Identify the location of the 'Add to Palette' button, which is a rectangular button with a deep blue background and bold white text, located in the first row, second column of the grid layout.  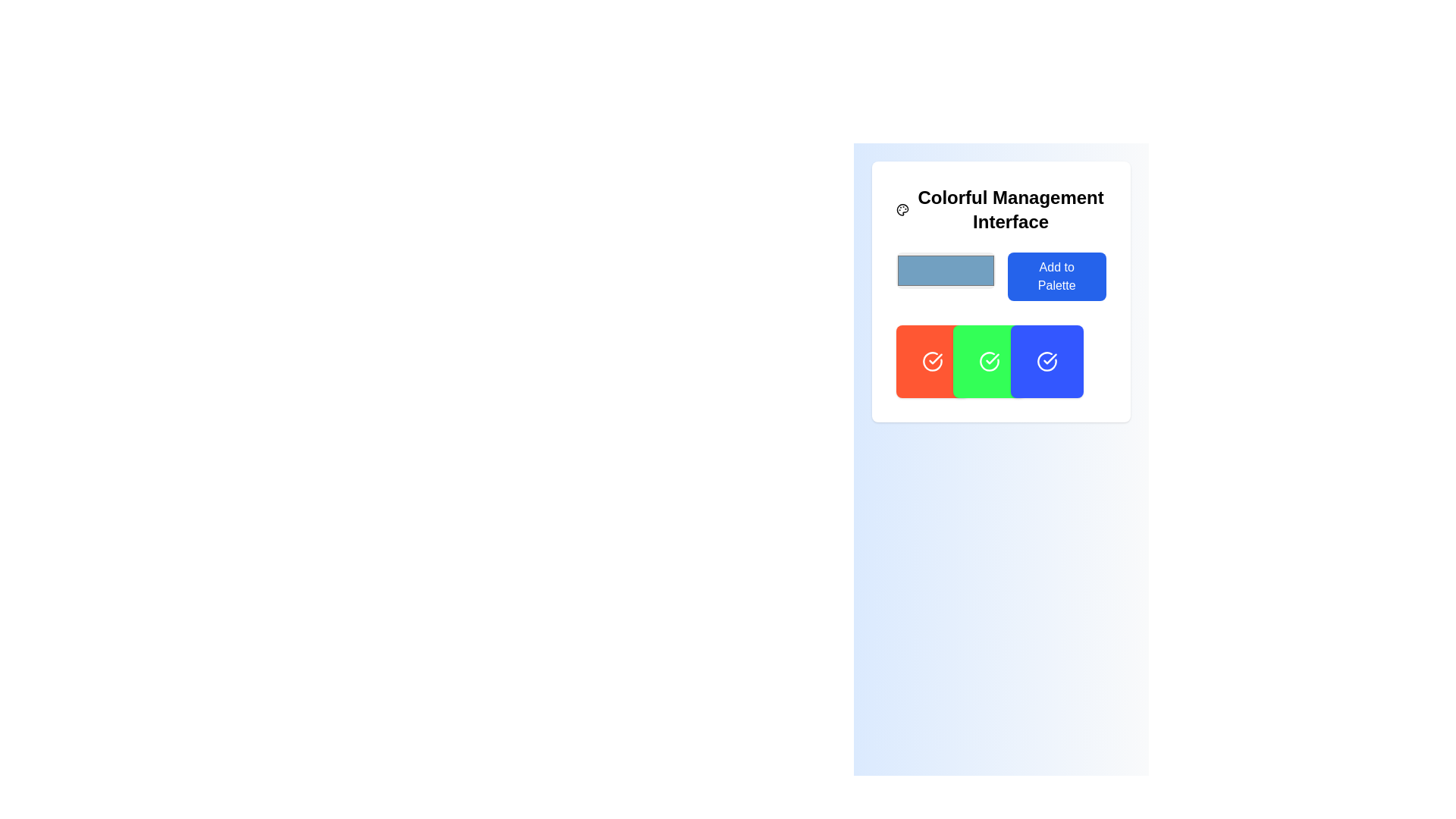
(1056, 277).